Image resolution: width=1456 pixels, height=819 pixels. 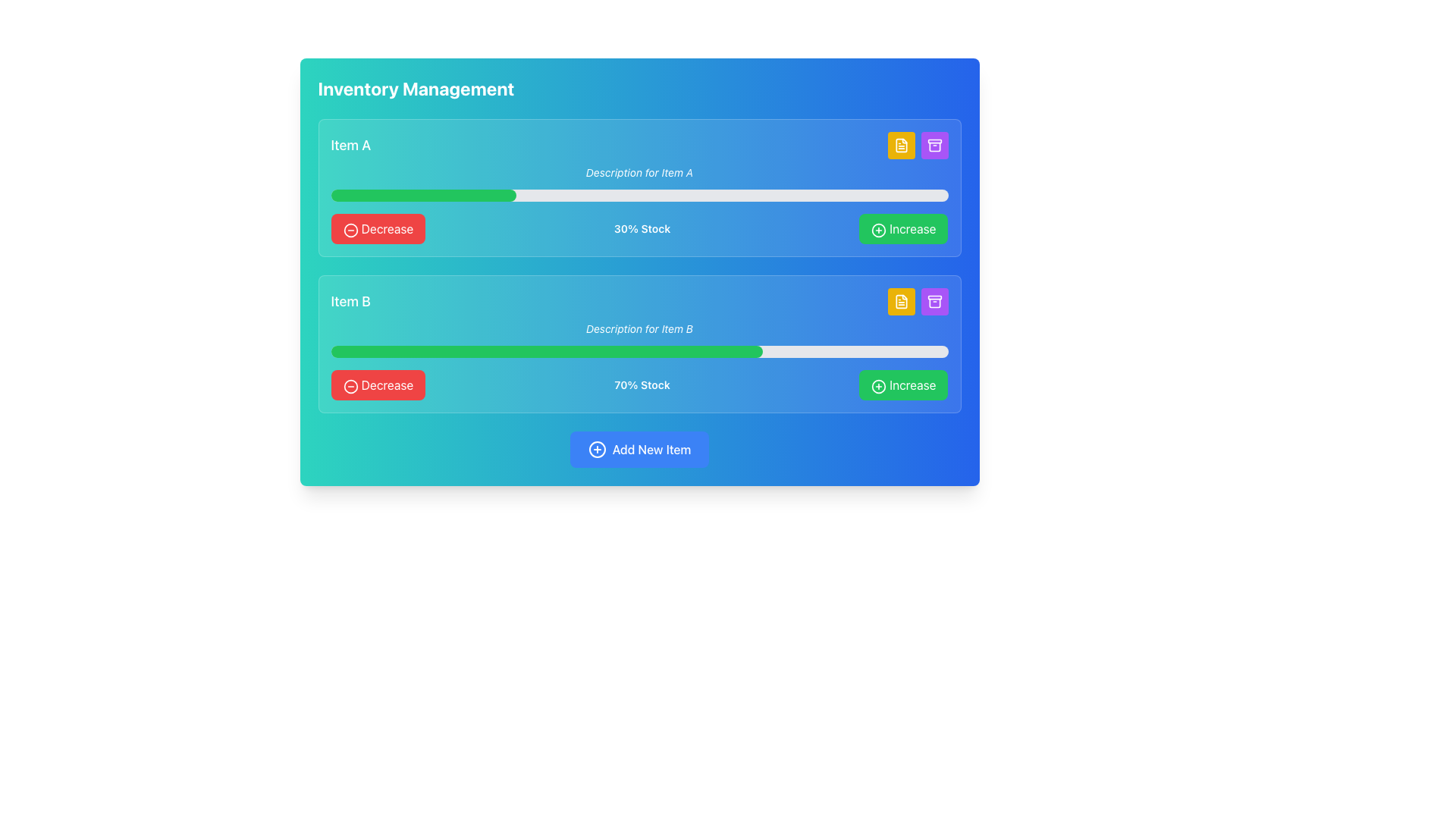 I want to click on the non-interactive graphical icon component resembling the lid of a storage or archive box, located on the right side of the interface, so click(x=934, y=141).